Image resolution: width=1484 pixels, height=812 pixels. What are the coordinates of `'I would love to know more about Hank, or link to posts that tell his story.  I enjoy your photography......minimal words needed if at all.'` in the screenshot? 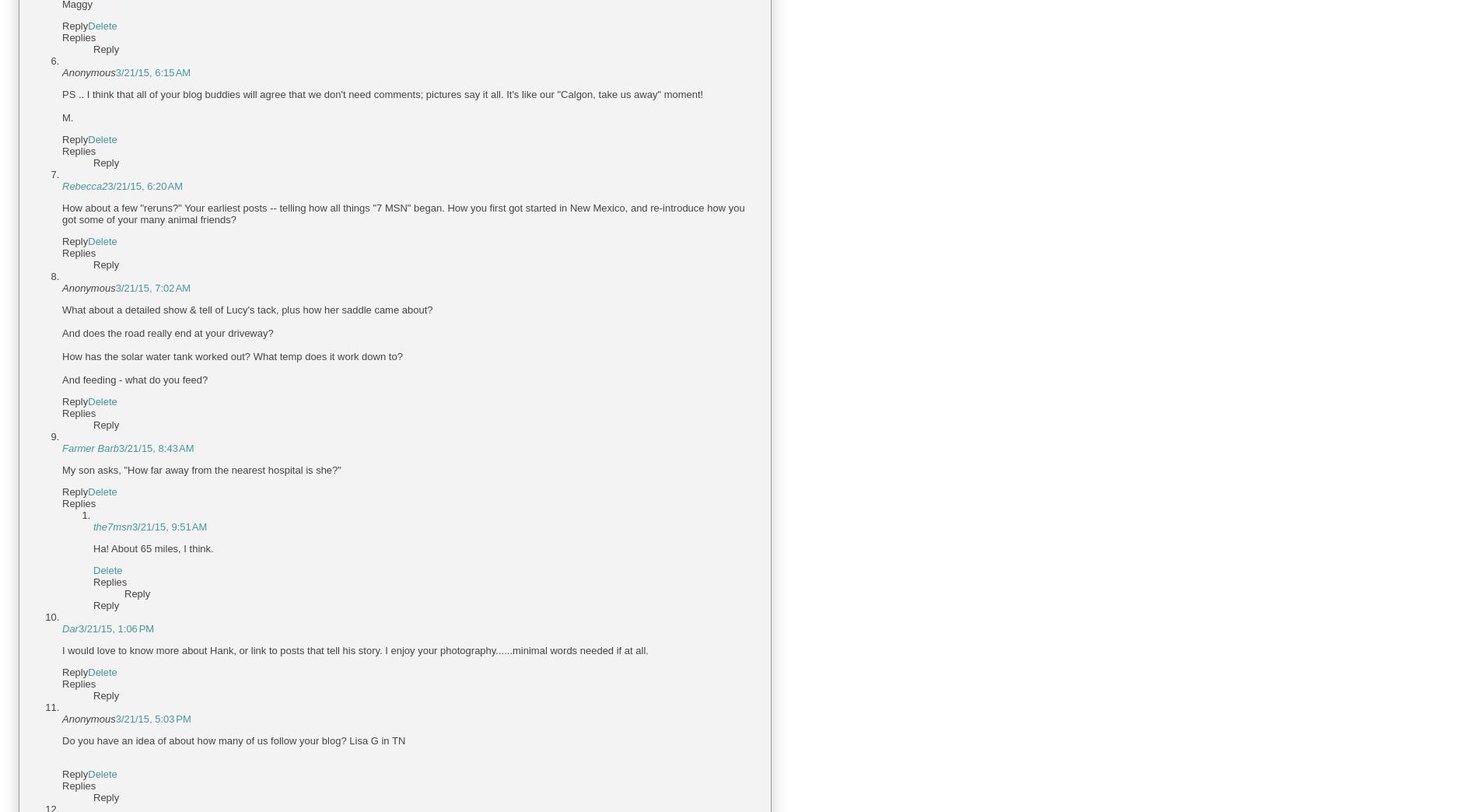 It's located at (355, 649).